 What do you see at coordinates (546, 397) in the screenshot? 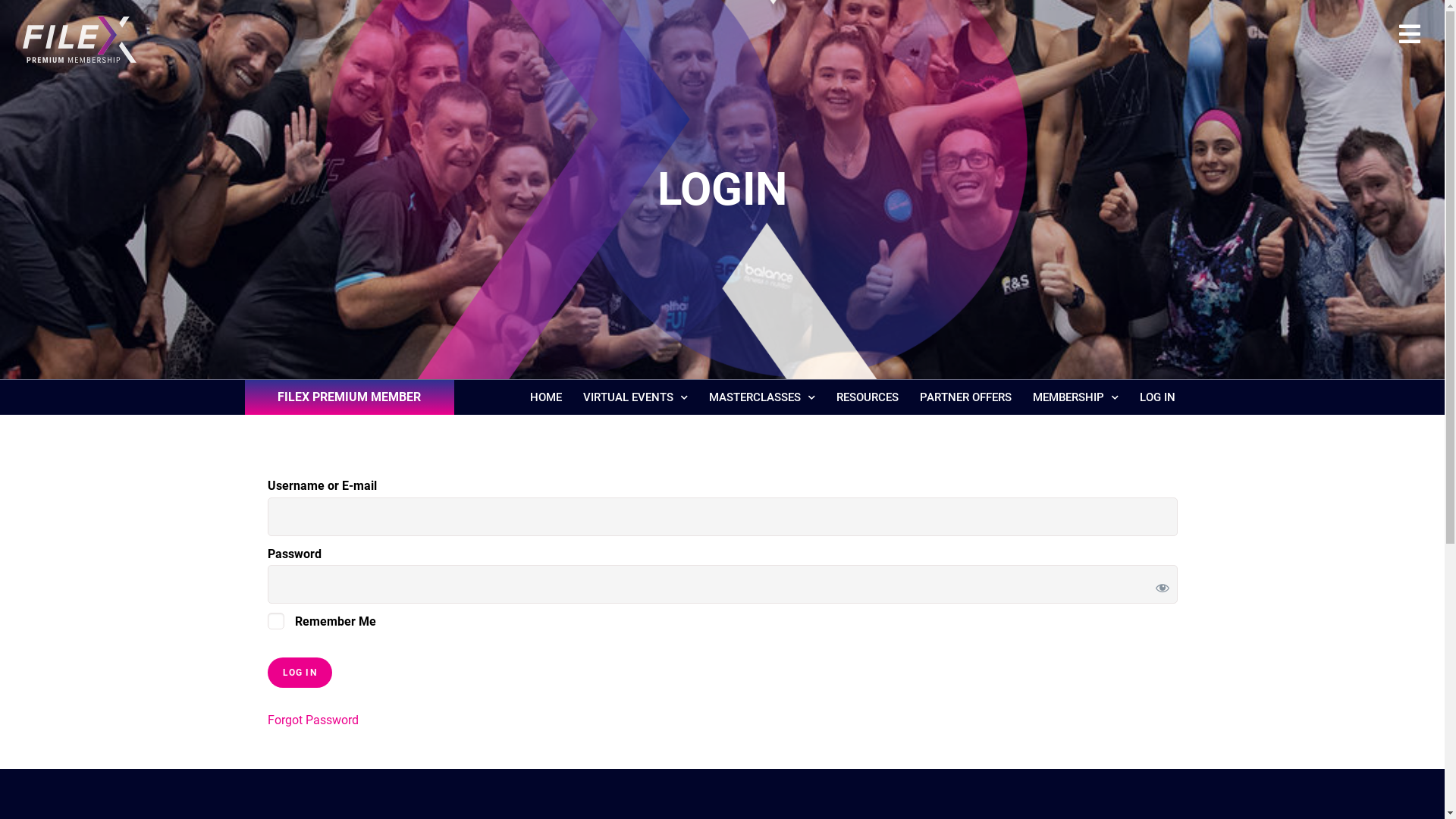
I see `'HOME'` at bounding box center [546, 397].